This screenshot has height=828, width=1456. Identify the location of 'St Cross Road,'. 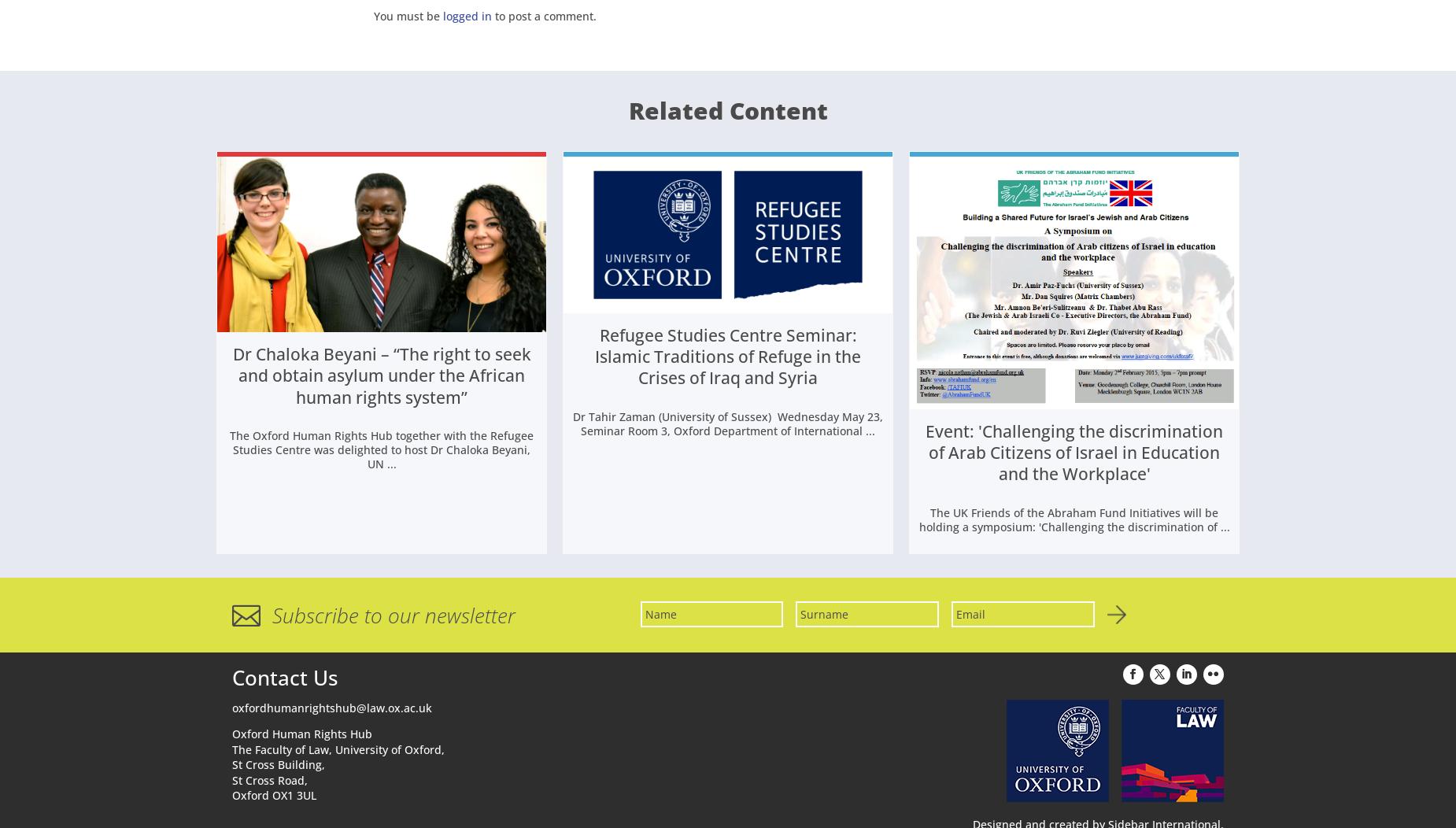
(268, 782).